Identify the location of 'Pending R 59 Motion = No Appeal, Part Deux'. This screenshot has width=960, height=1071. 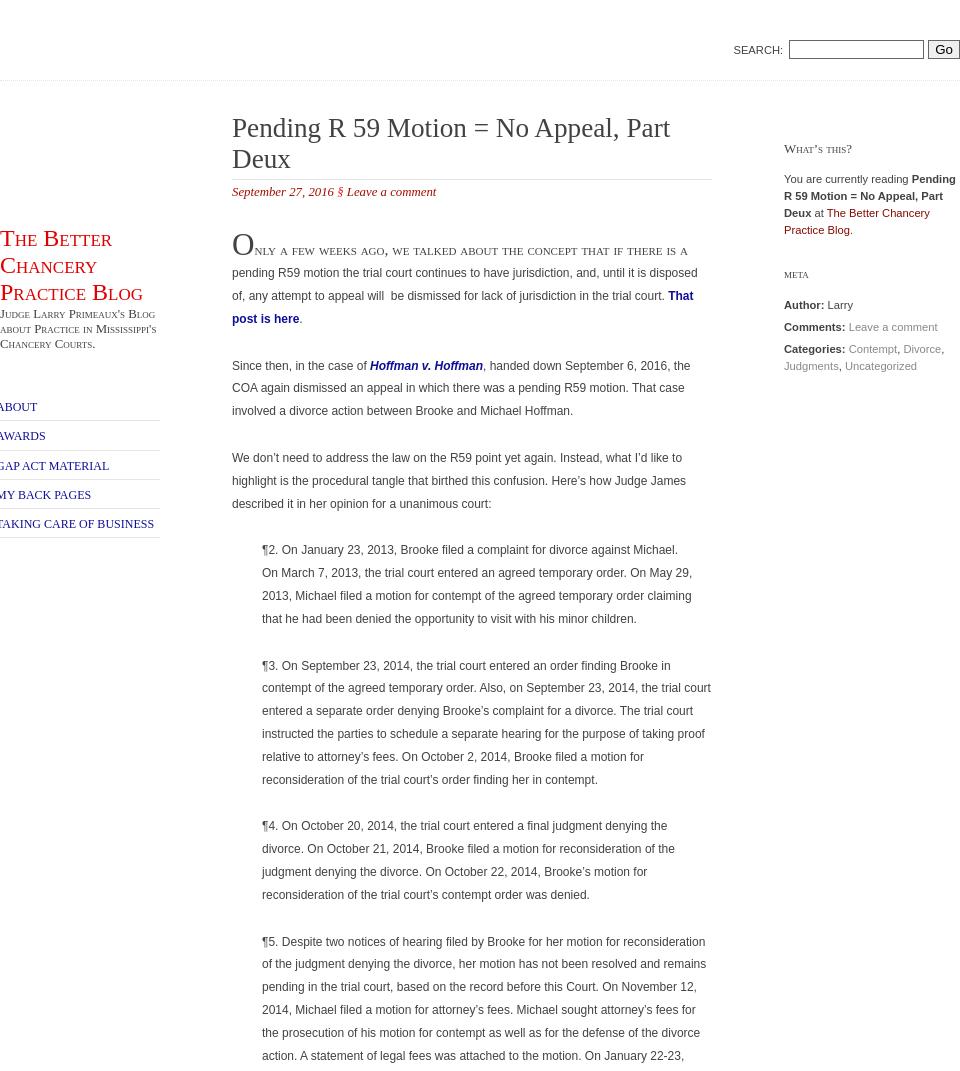
(451, 143).